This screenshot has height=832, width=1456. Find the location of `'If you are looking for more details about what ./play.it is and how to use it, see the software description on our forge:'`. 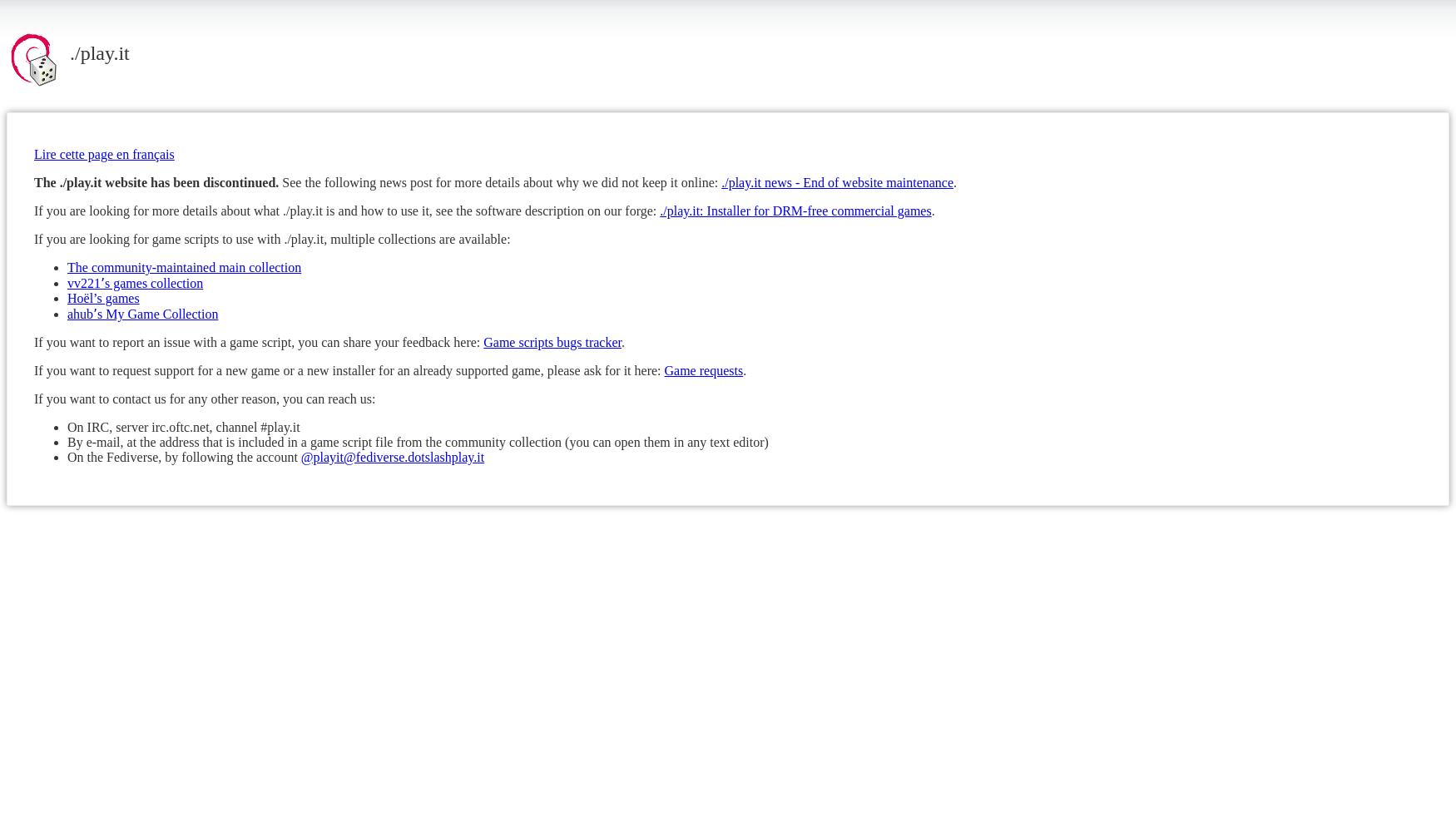

'If you are looking for more details about what ./play.it is and how to use it, see the software description on our forge:' is located at coordinates (346, 210).